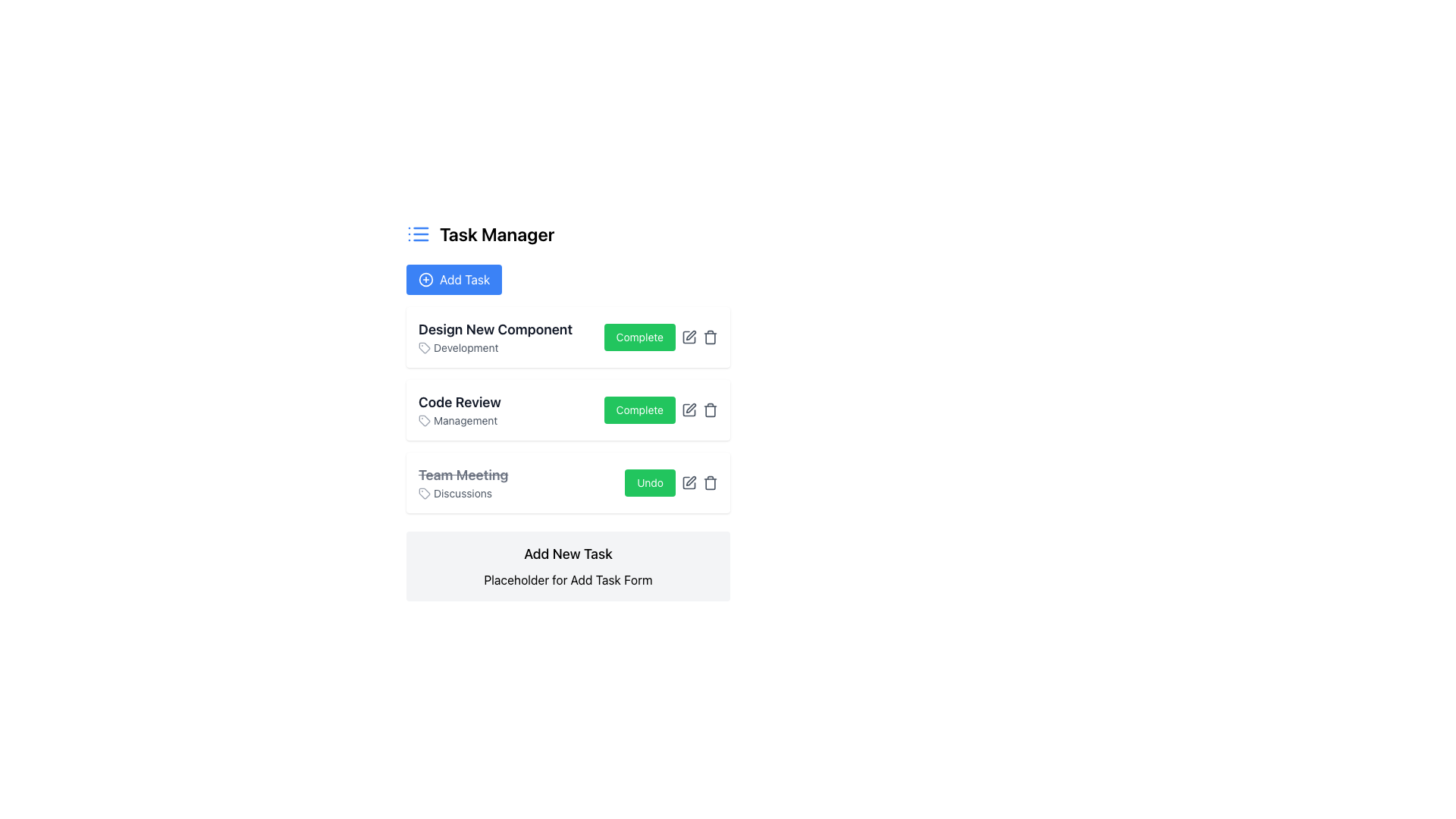 This screenshot has width=1456, height=819. What do you see at coordinates (688, 409) in the screenshot?
I see `the pen icon button located to the right of the 'Complete' button within the action buttons of the 'Code Review' task to initiate an edit action` at bounding box center [688, 409].